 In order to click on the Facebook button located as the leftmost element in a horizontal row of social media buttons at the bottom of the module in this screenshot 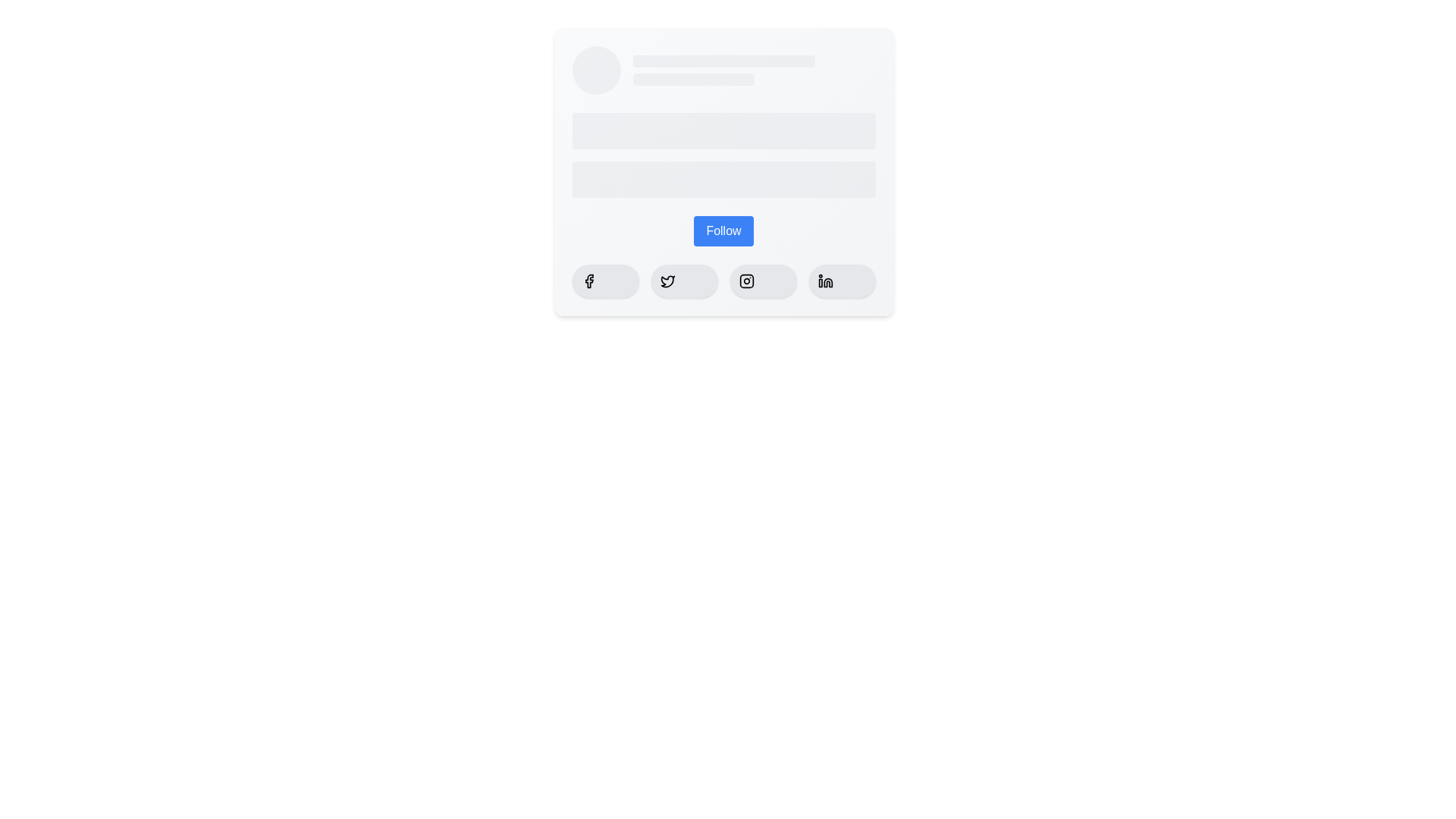, I will do `click(604, 281)`.